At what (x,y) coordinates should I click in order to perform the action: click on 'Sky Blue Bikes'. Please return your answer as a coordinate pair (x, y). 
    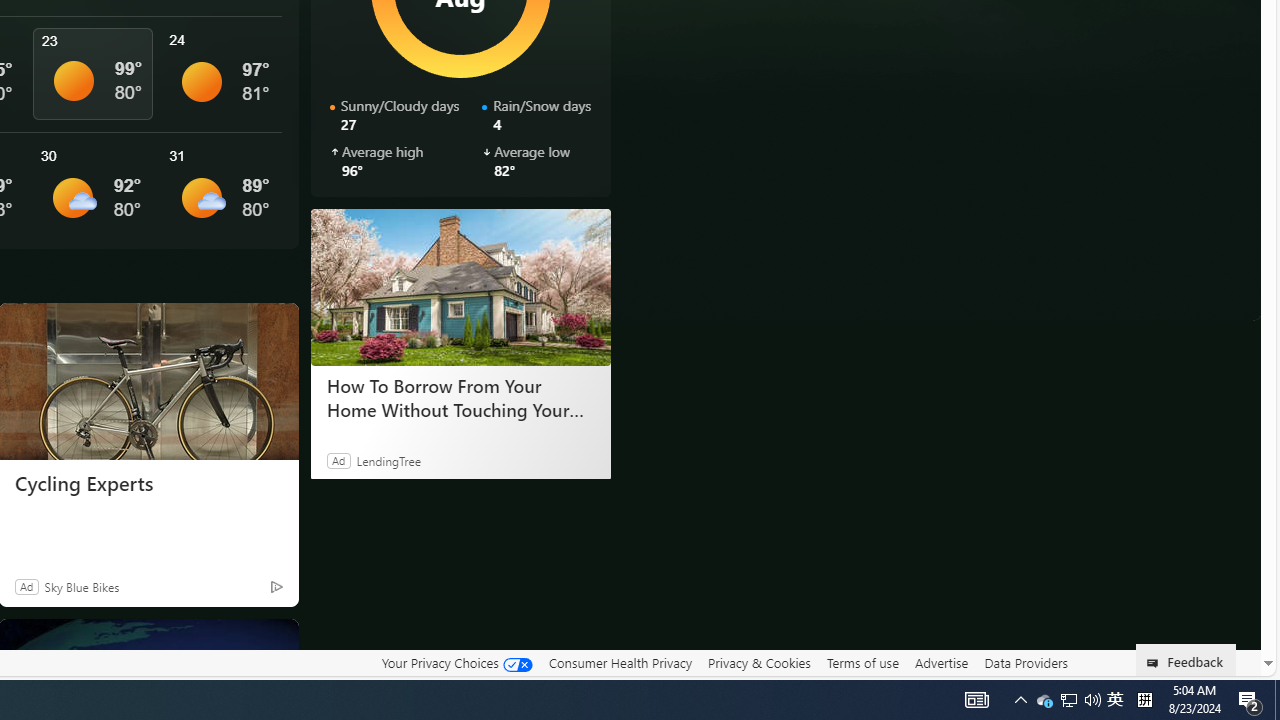
    Looking at the image, I should click on (80, 585).